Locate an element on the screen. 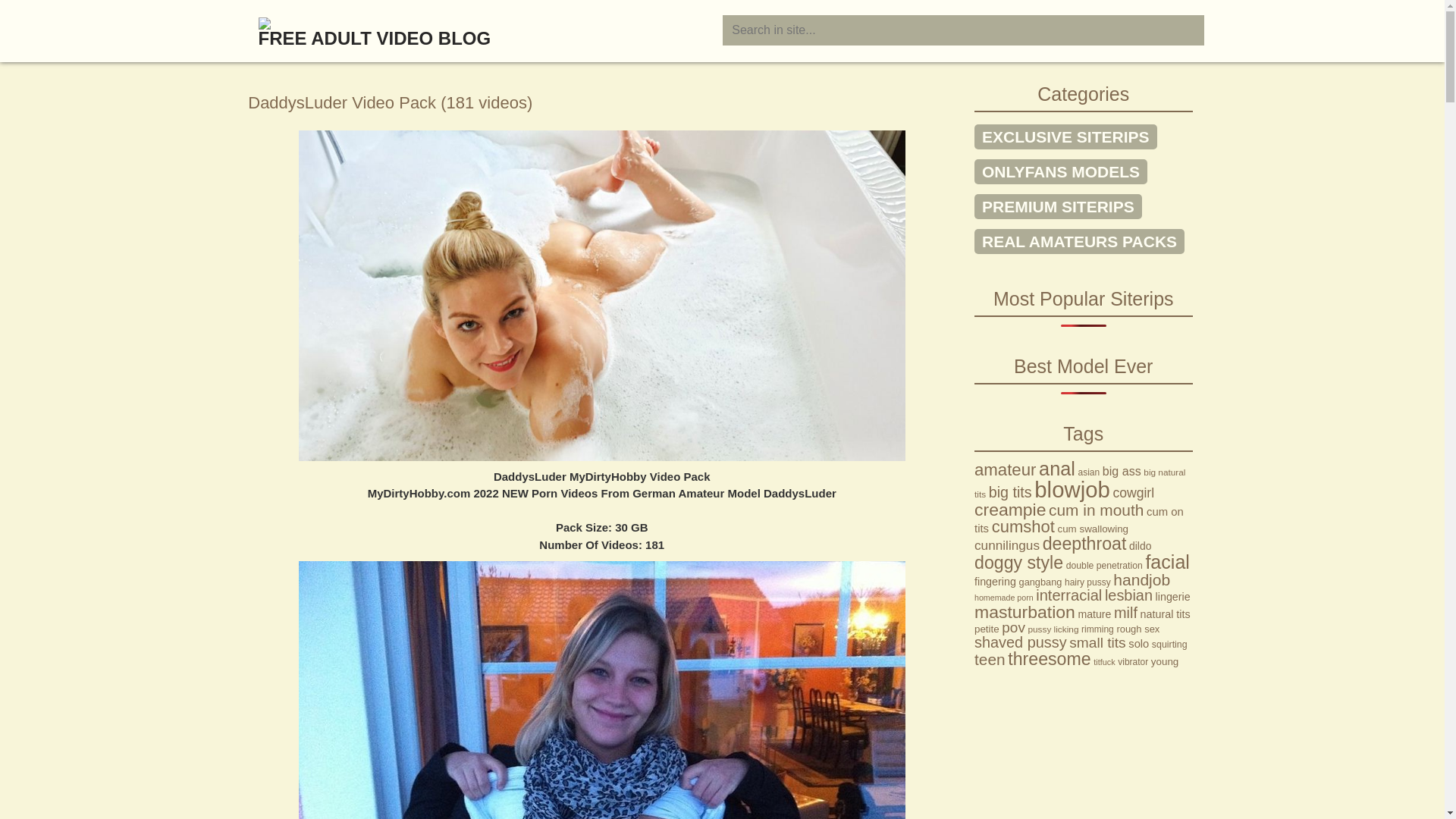 Image resolution: width=1456 pixels, height=819 pixels. 'threesome' is located at coordinates (1048, 657).